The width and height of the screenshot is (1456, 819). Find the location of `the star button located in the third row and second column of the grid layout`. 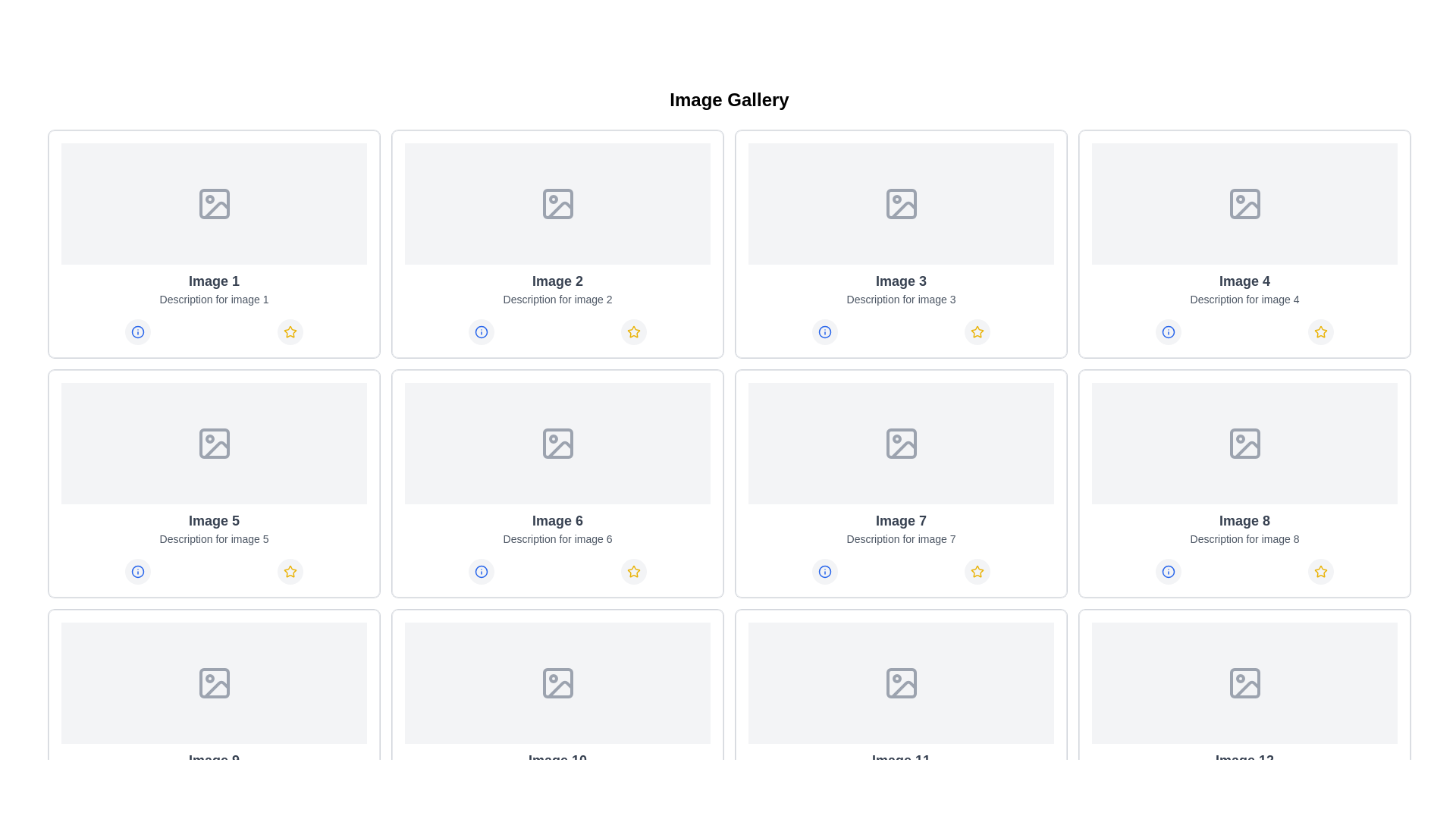

the star button located in the third row and second column of the grid layout is located at coordinates (634, 571).